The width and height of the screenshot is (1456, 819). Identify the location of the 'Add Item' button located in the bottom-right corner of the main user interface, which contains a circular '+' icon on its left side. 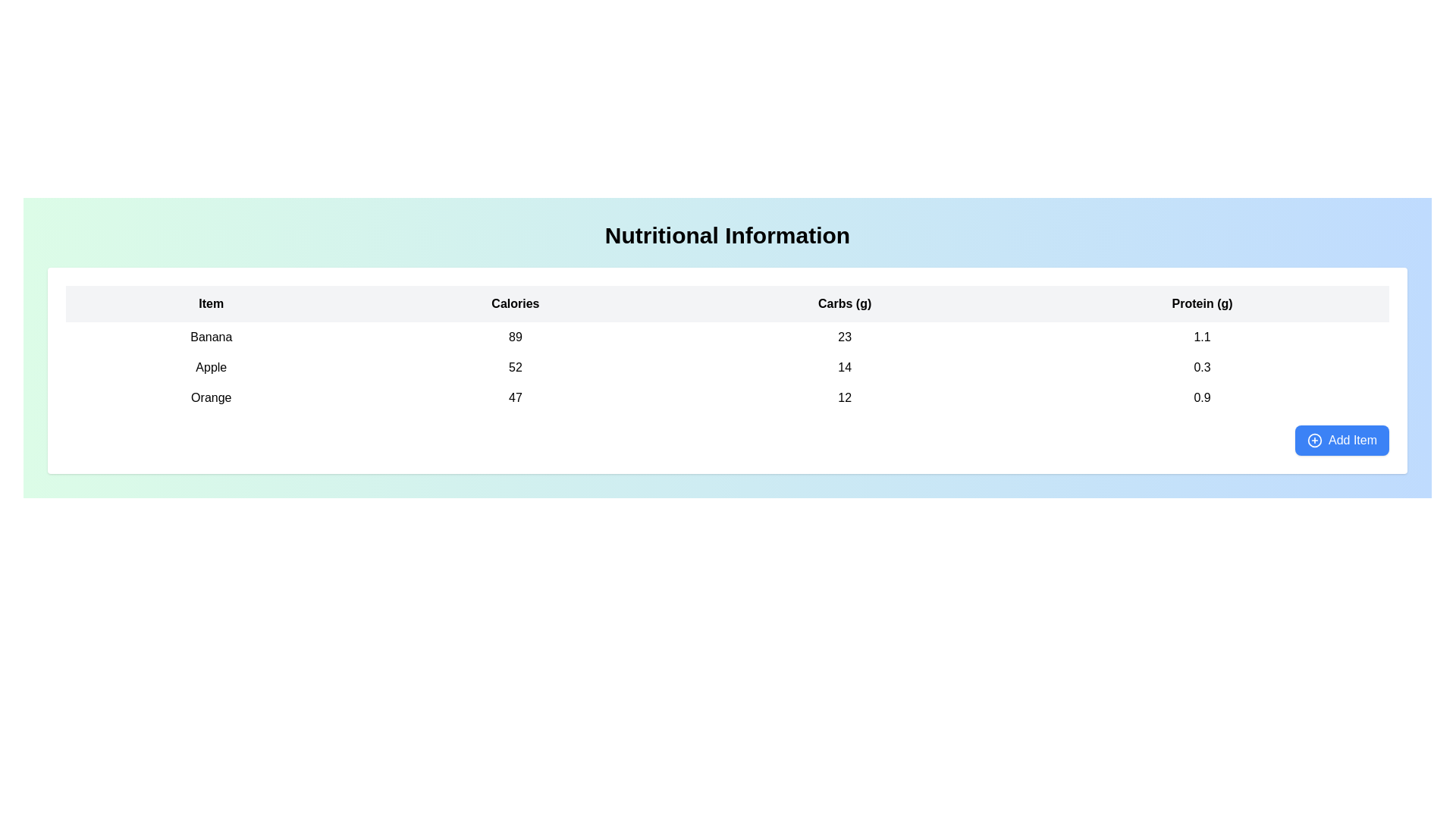
(1313, 441).